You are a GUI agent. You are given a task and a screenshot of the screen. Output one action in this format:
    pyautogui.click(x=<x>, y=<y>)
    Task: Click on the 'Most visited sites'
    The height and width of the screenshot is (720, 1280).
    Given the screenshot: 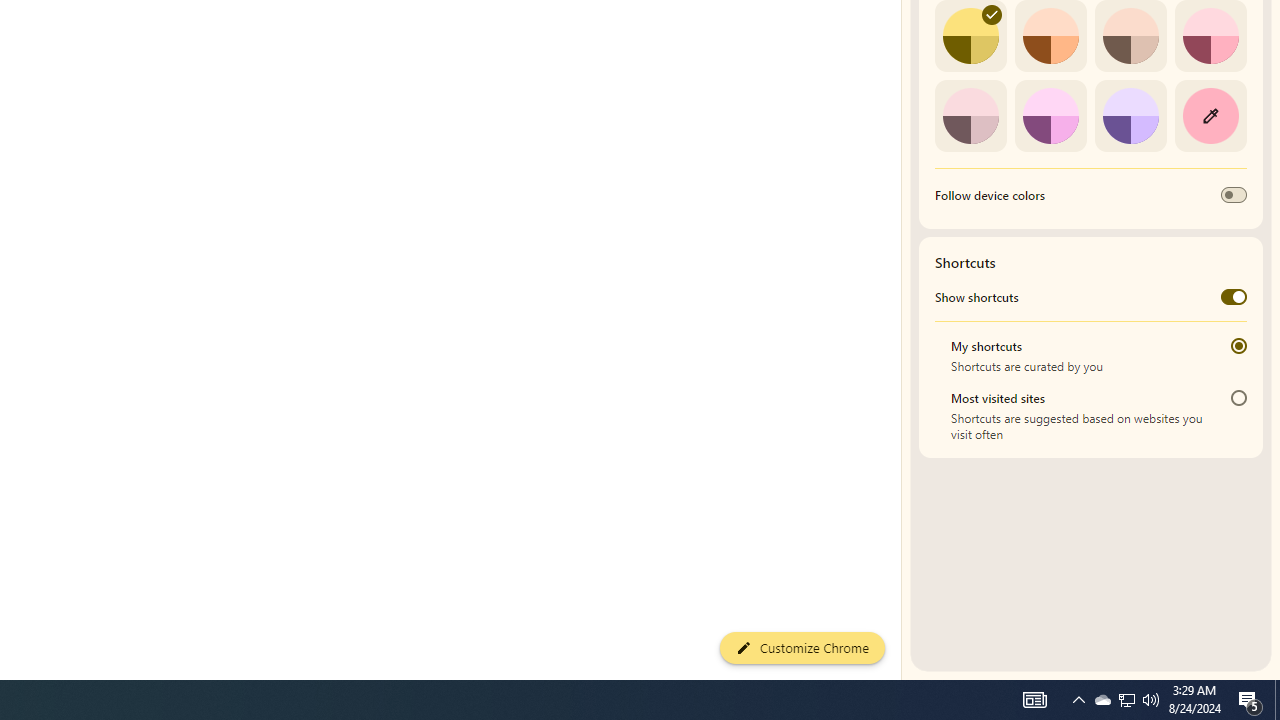 What is the action you would take?
    pyautogui.click(x=1238, y=398)
    